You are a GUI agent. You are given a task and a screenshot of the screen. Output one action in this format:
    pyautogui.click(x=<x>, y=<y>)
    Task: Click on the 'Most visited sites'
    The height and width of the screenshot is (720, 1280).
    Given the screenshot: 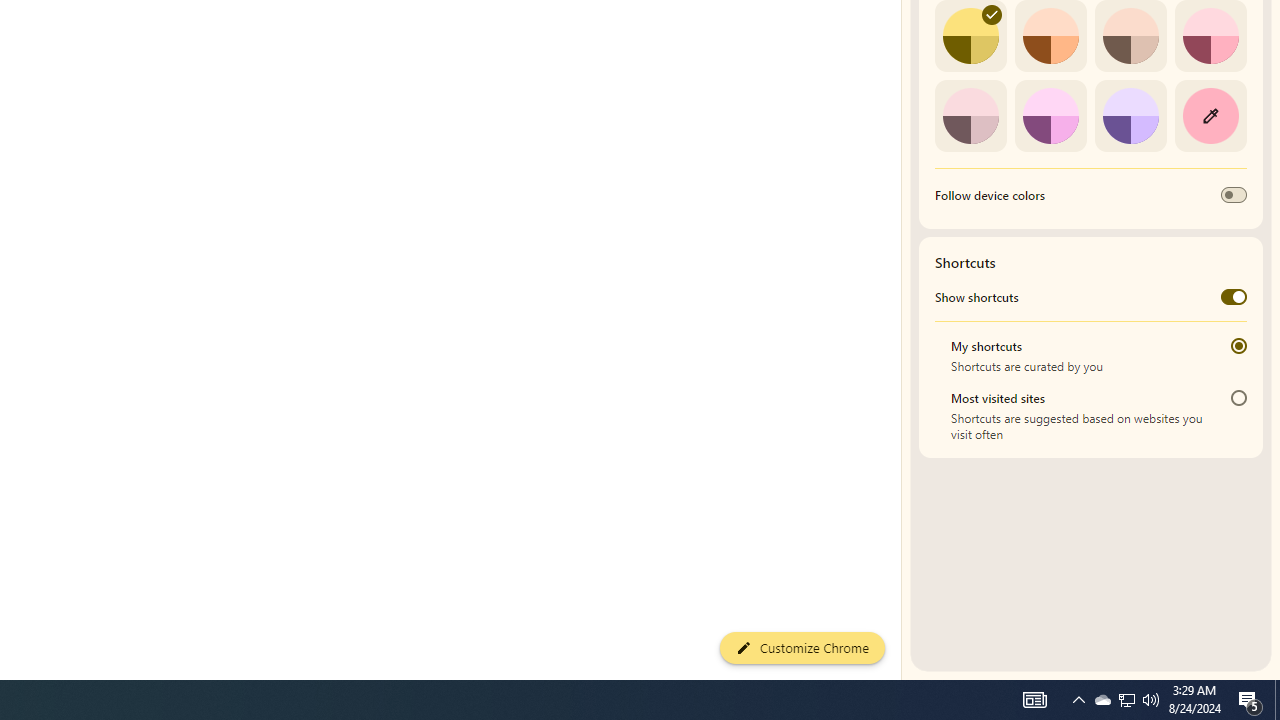 What is the action you would take?
    pyautogui.click(x=1238, y=398)
    